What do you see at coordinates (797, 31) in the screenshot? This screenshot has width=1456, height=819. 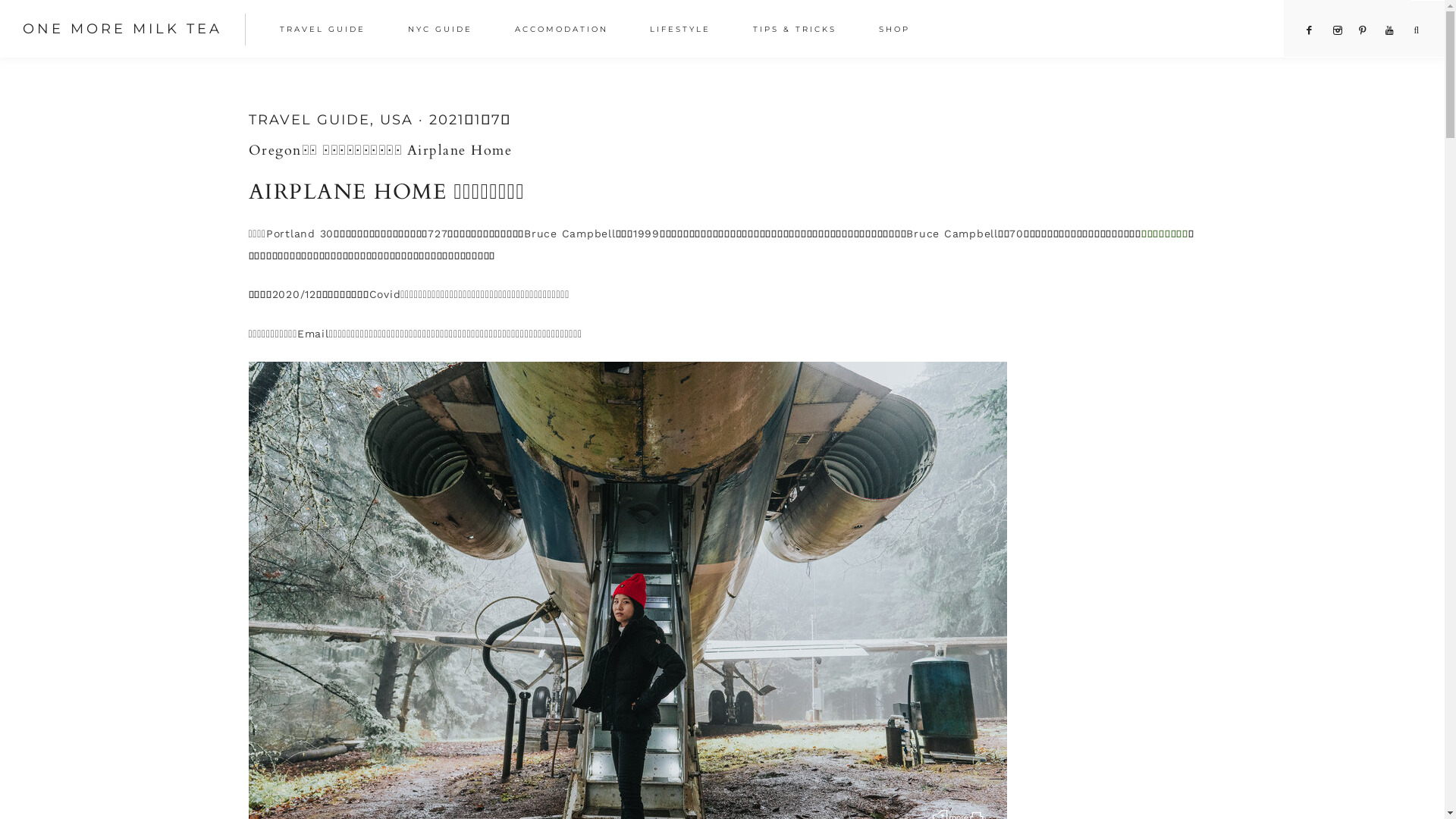 I see `'TIPS & TRICKS'` at bounding box center [797, 31].